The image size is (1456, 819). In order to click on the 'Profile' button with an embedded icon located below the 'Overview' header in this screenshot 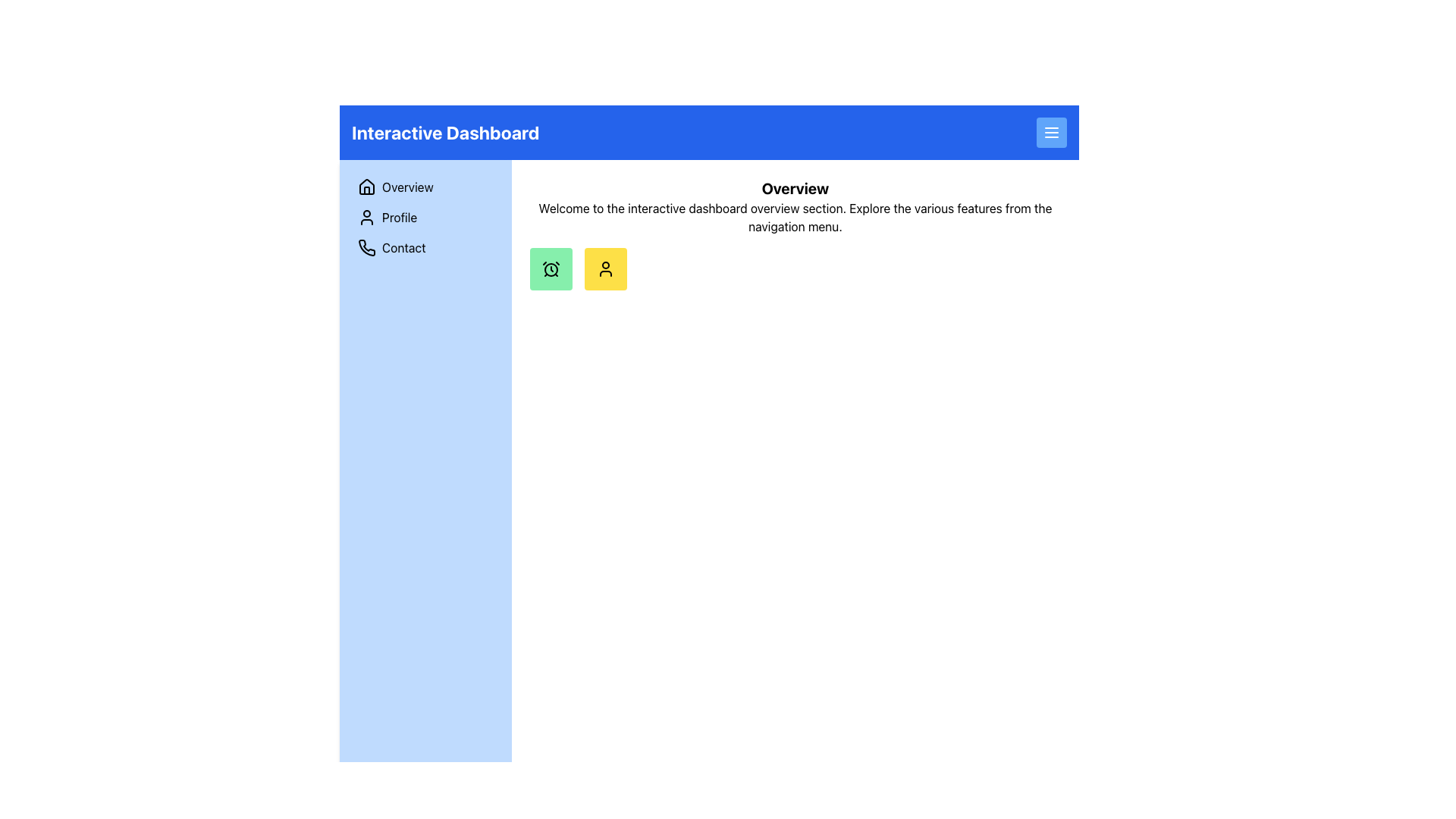, I will do `click(604, 268)`.